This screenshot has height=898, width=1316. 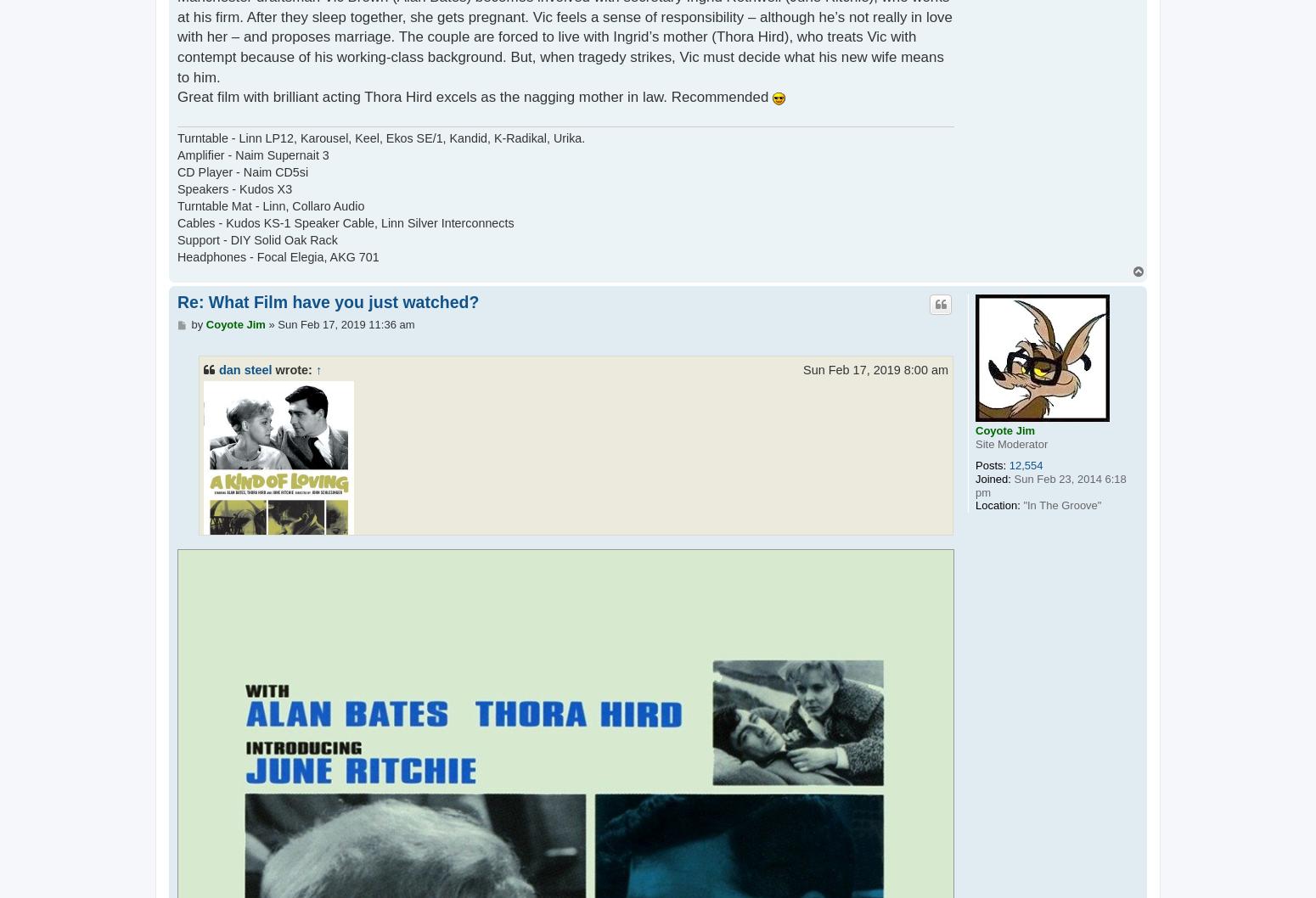 I want to click on 'Cables - Kudos KS-1 Speaker Cable, Linn Silver Interconnects', so click(x=176, y=223).